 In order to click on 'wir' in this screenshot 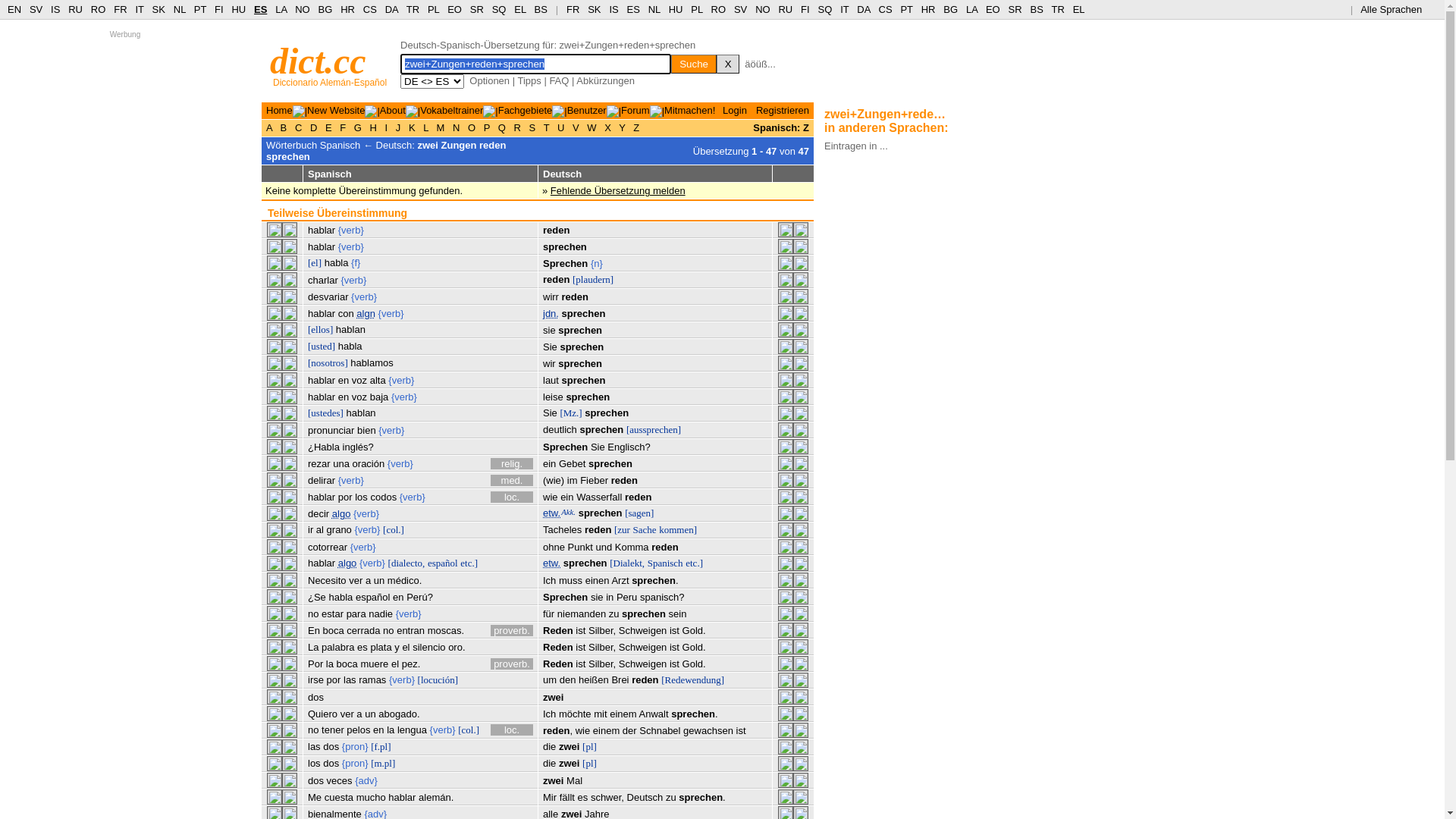, I will do `click(548, 363)`.